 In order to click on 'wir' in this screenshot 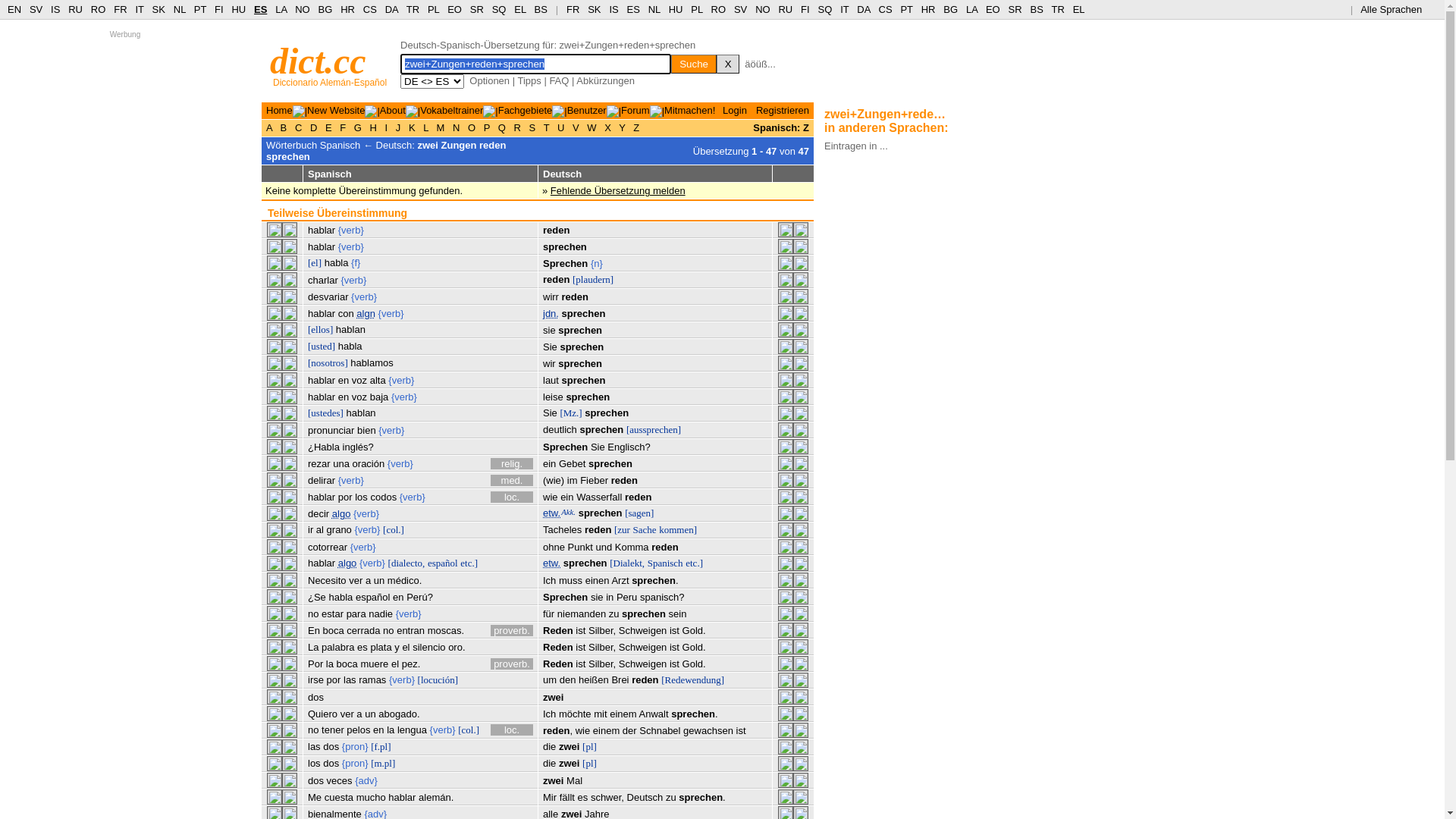, I will do `click(548, 363)`.